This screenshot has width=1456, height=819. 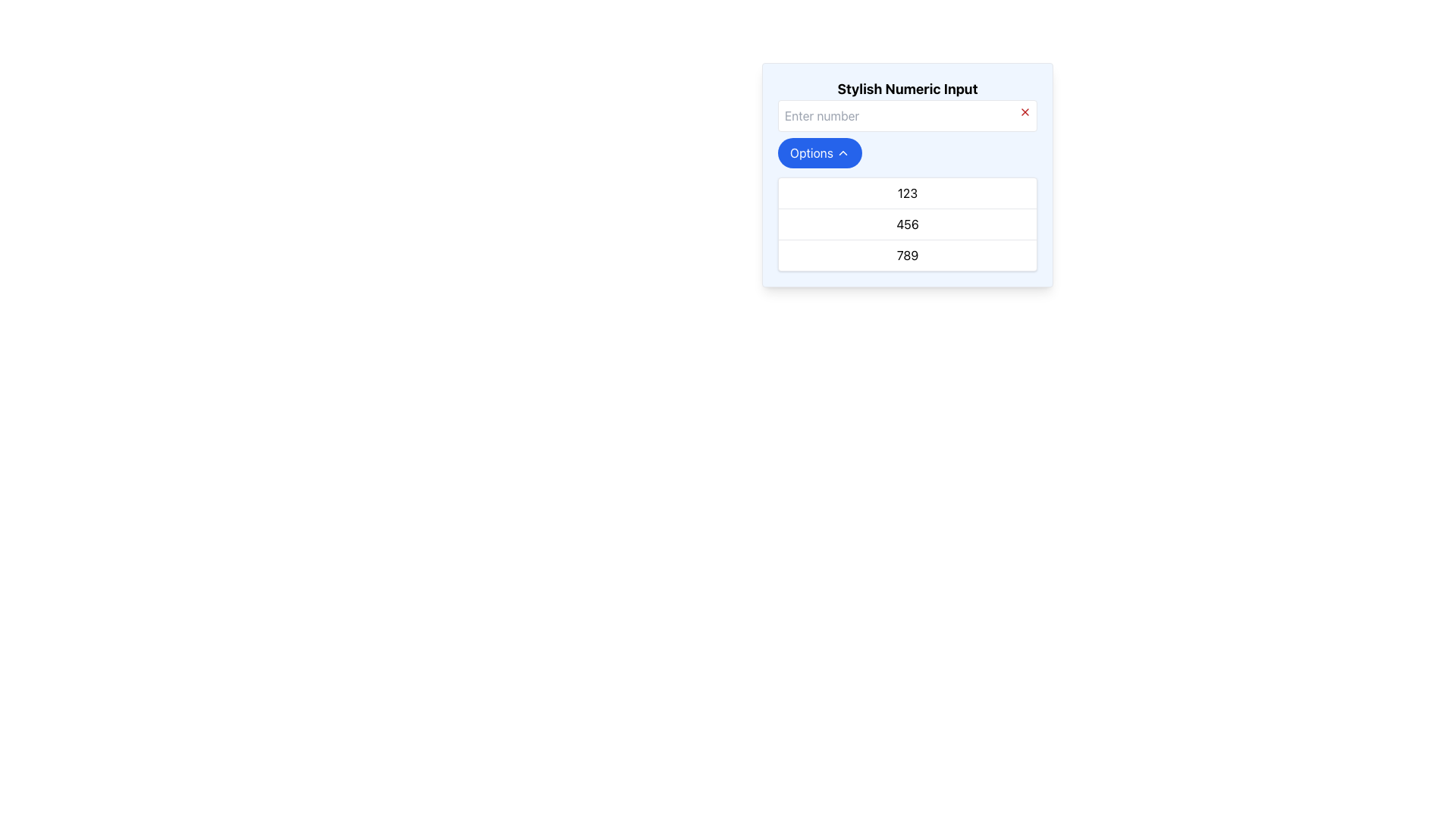 What do you see at coordinates (907, 192) in the screenshot?
I see `to select the first list item '123' in the dropdown menu` at bounding box center [907, 192].